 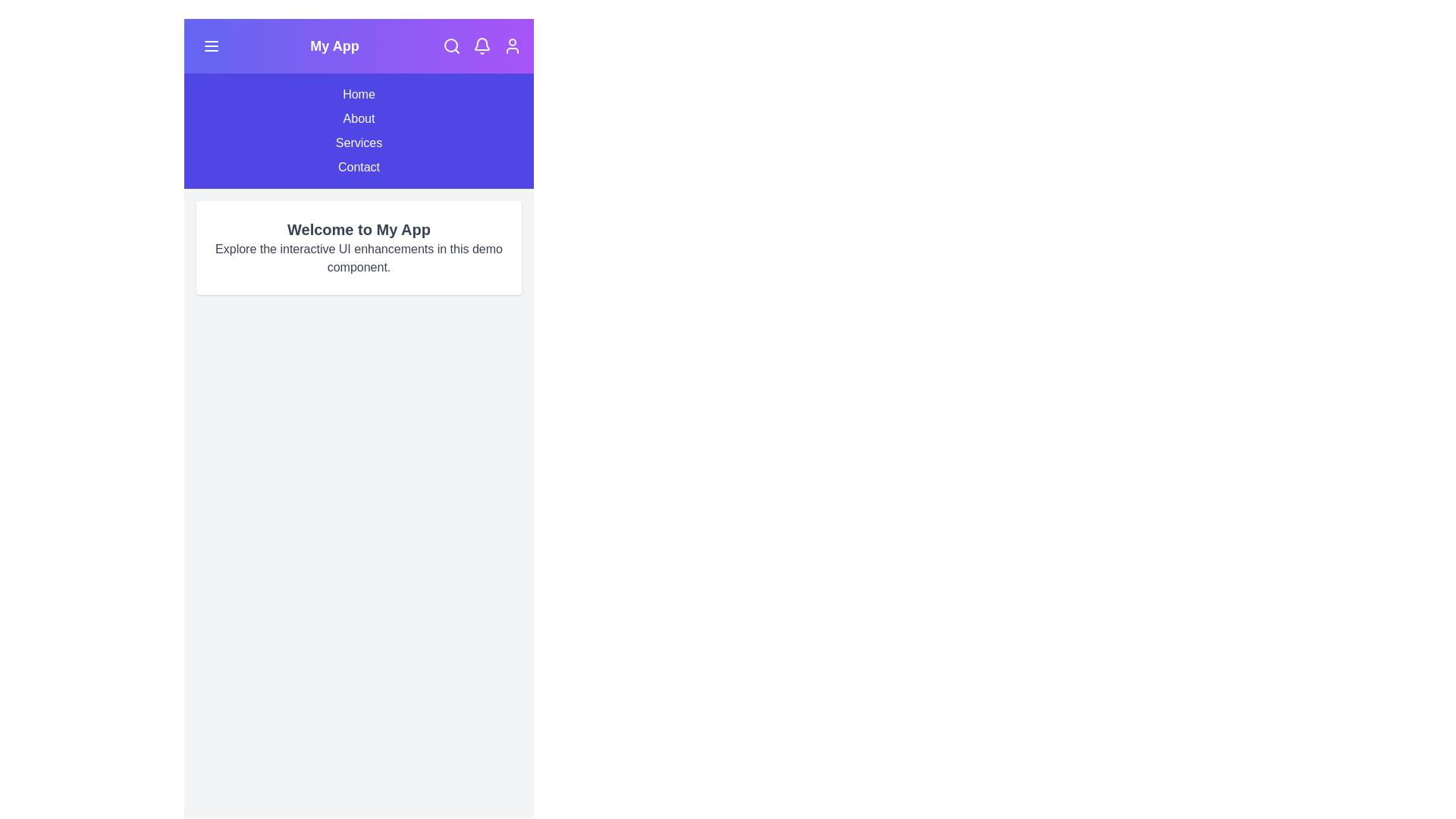 What do you see at coordinates (450, 45) in the screenshot?
I see `the 'Search' icon in the app bar` at bounding box center [450, 45].